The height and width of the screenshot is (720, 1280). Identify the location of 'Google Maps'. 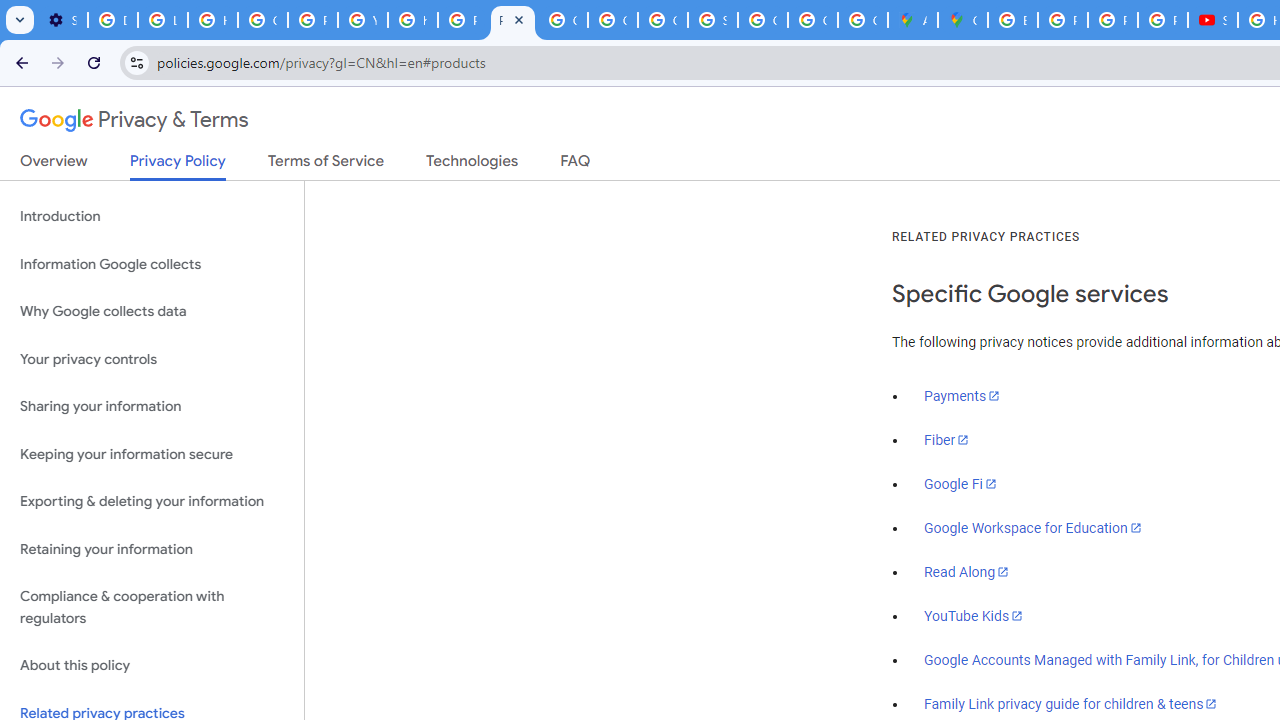
(963, 20).